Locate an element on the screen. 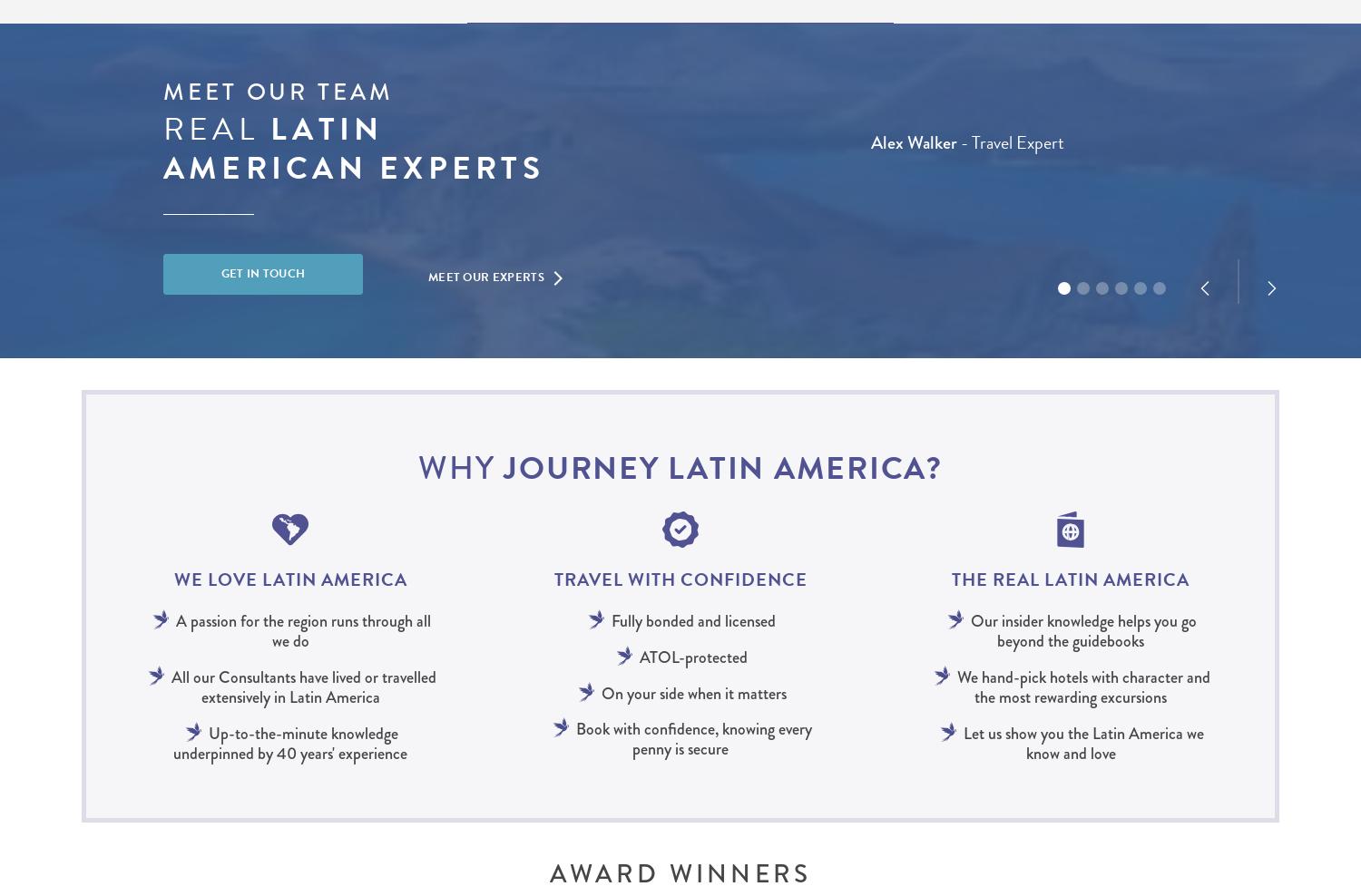  'Latin american experts' is located at coordinates (354, 147).